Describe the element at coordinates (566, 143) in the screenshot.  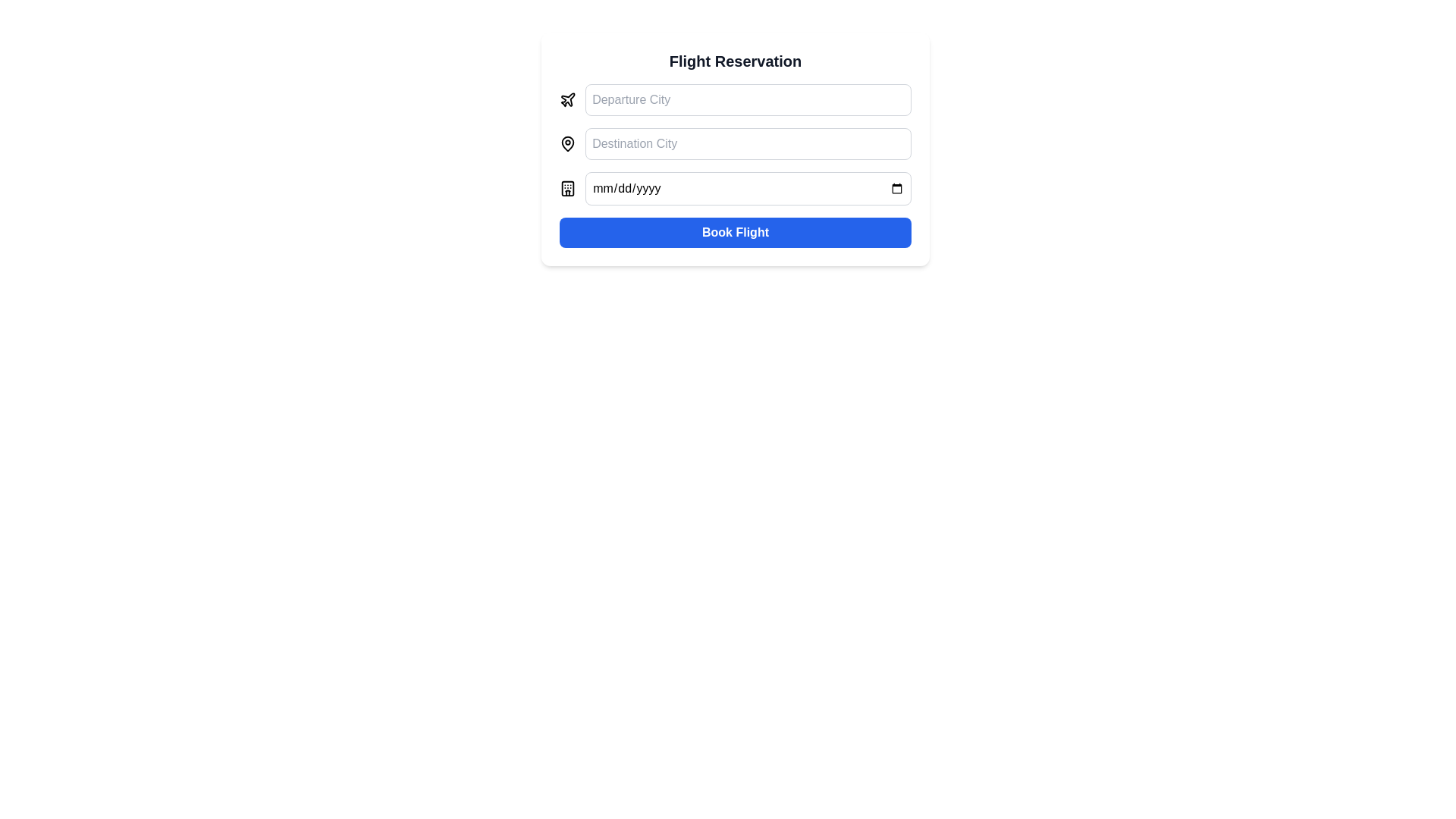
I see `the location pin icon located in the second row of the reservation form, next to the 'Destination City' input box` at that location.